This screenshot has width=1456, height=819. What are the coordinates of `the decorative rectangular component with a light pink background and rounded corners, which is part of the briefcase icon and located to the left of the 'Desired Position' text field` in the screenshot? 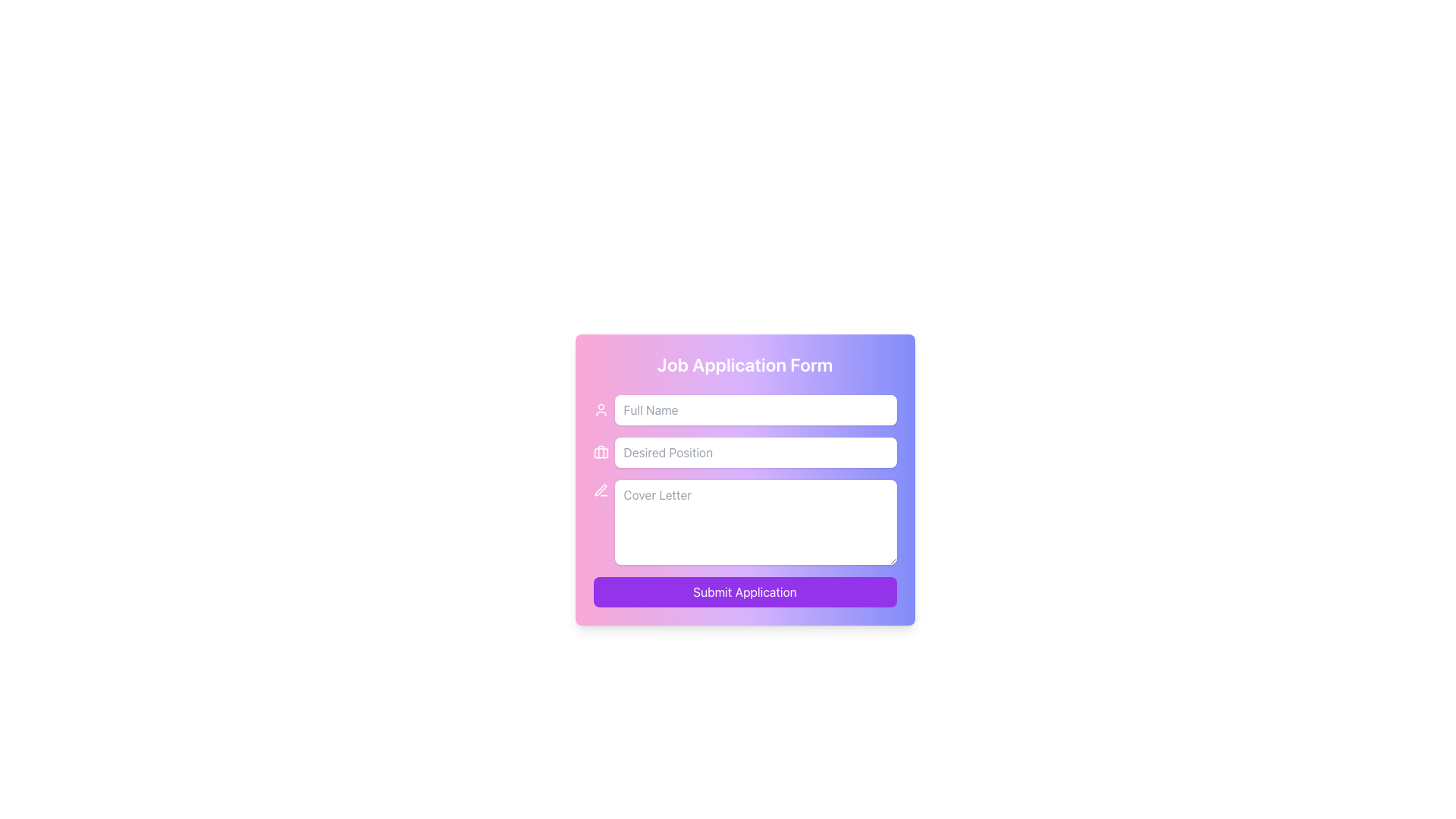 It's located at (600, 452).